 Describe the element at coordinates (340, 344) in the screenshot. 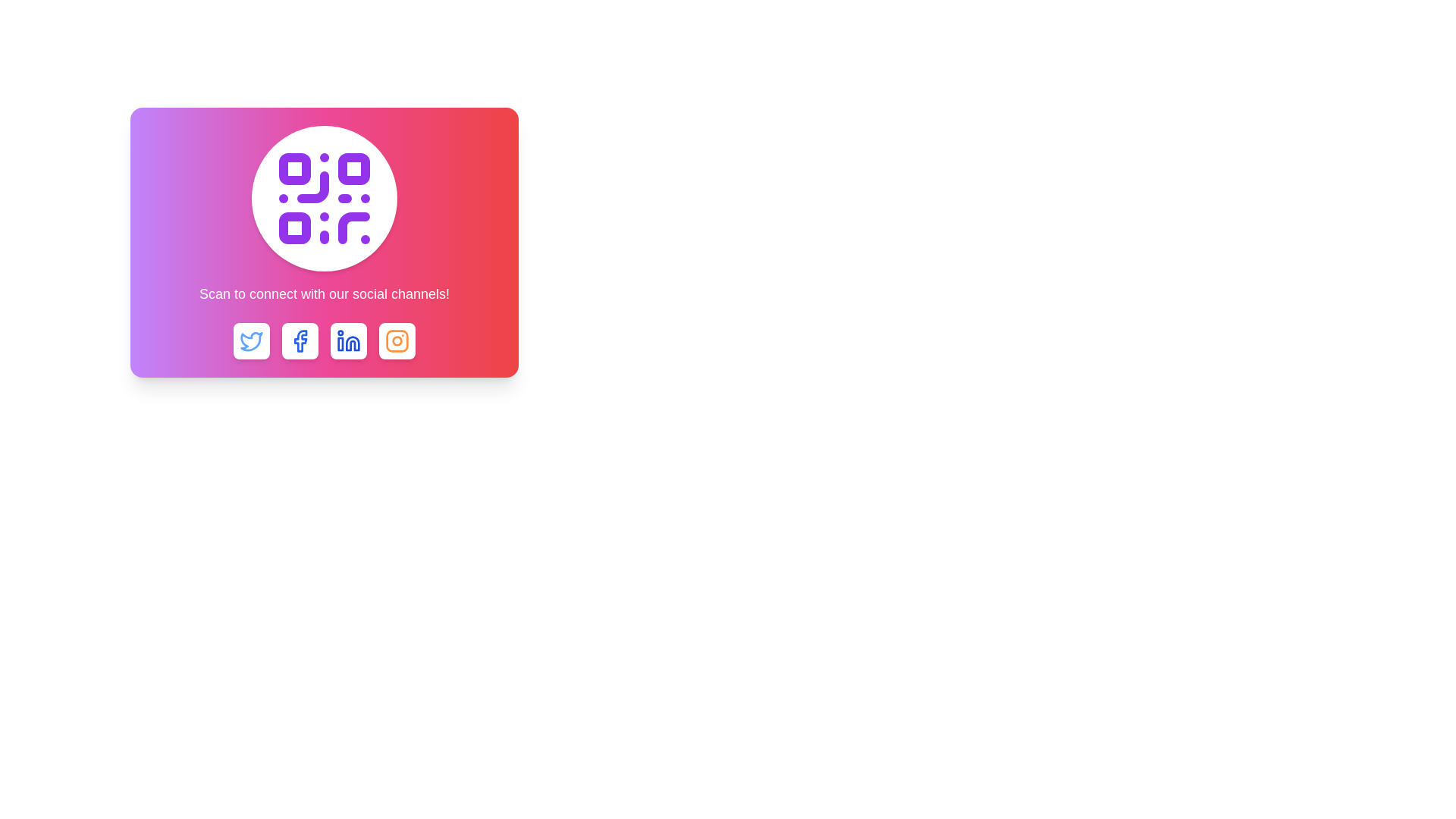

I see `the LinkedIn icon component, which is part of the social media icons row and contributes visually to the LinkedIn brand` at that location.